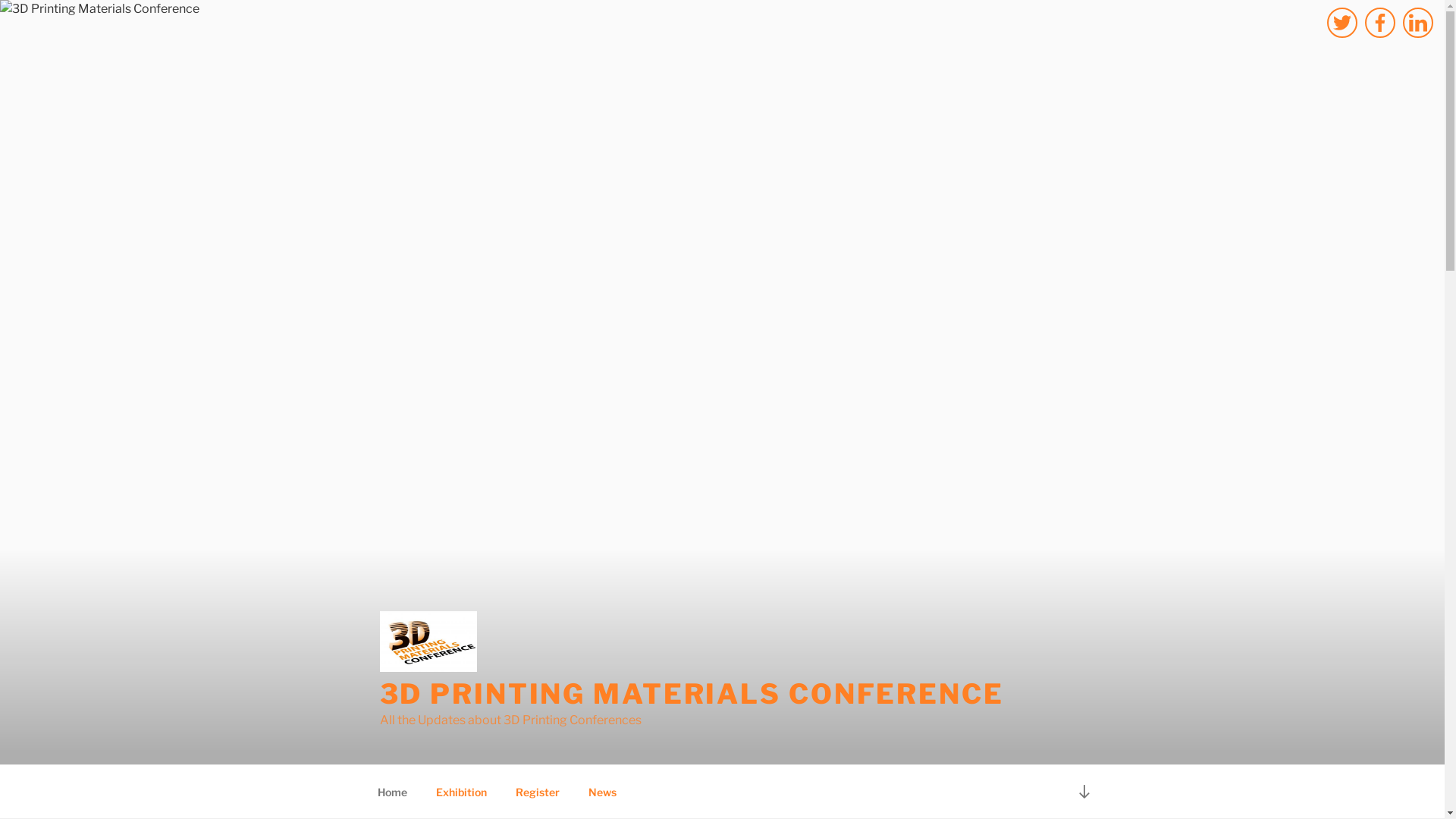 This screenshot has height=819, width=1456. What do you see at coordinates (690, 693) in the screenshot?
I see `'3D PRINTING MATERIALS CONFERENCE'` at bounding box center [690, 693].